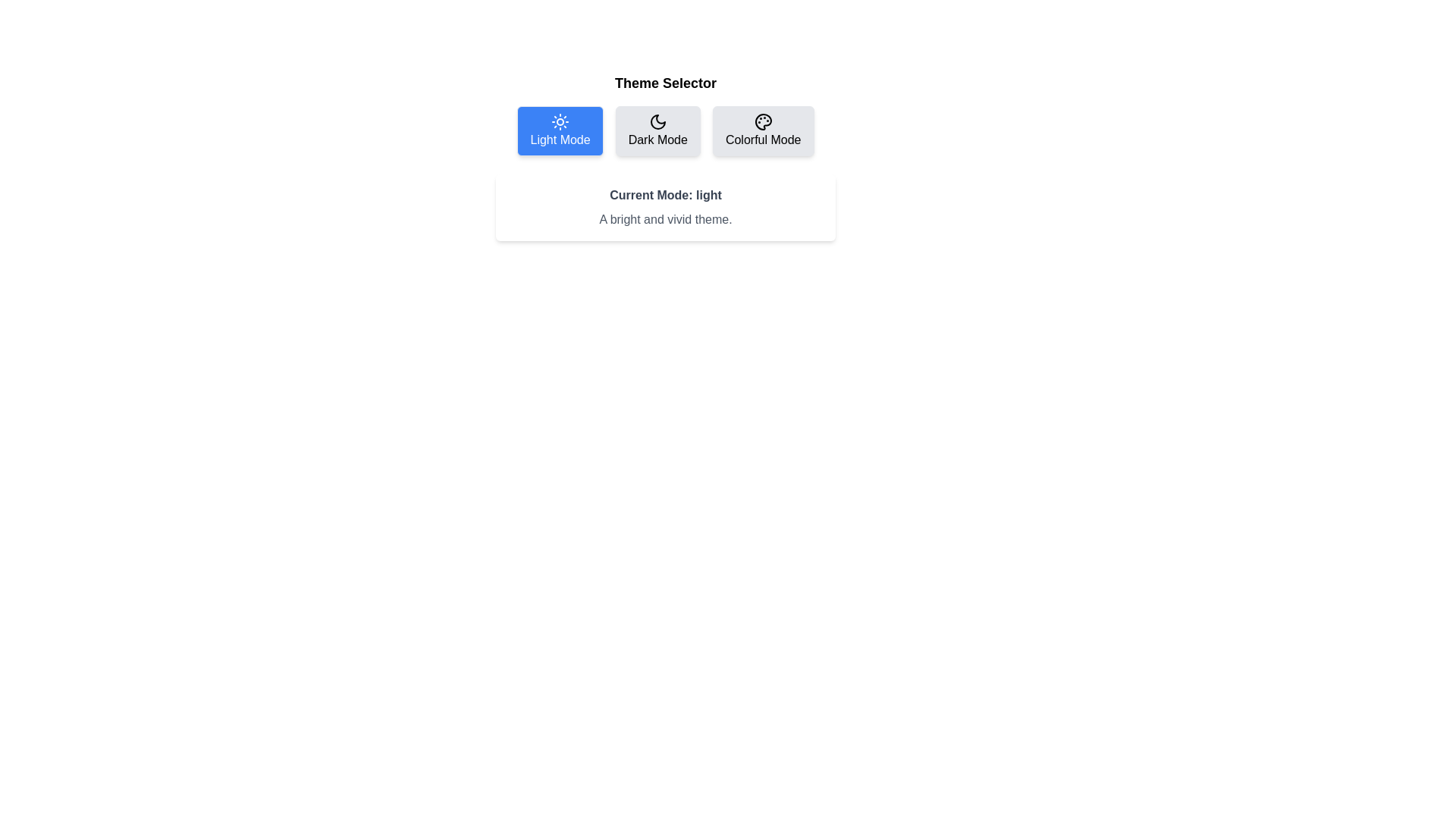  I want to click on the first button under the 'Theme Selector' to switch to Light Mode, so click(560, 130).